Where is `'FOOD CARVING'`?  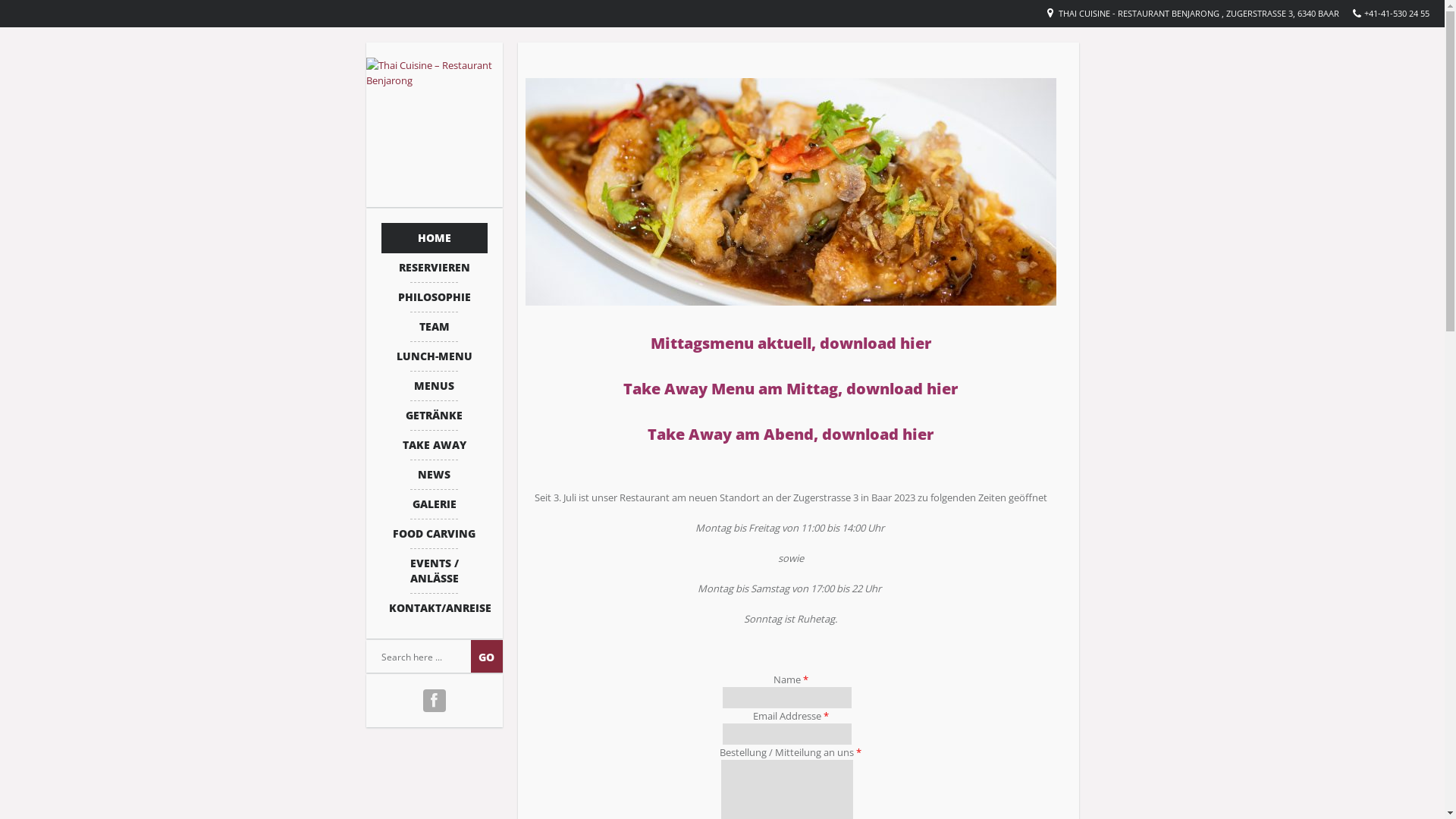 'FOOD CARVING' is located at coordinates (432, 533).